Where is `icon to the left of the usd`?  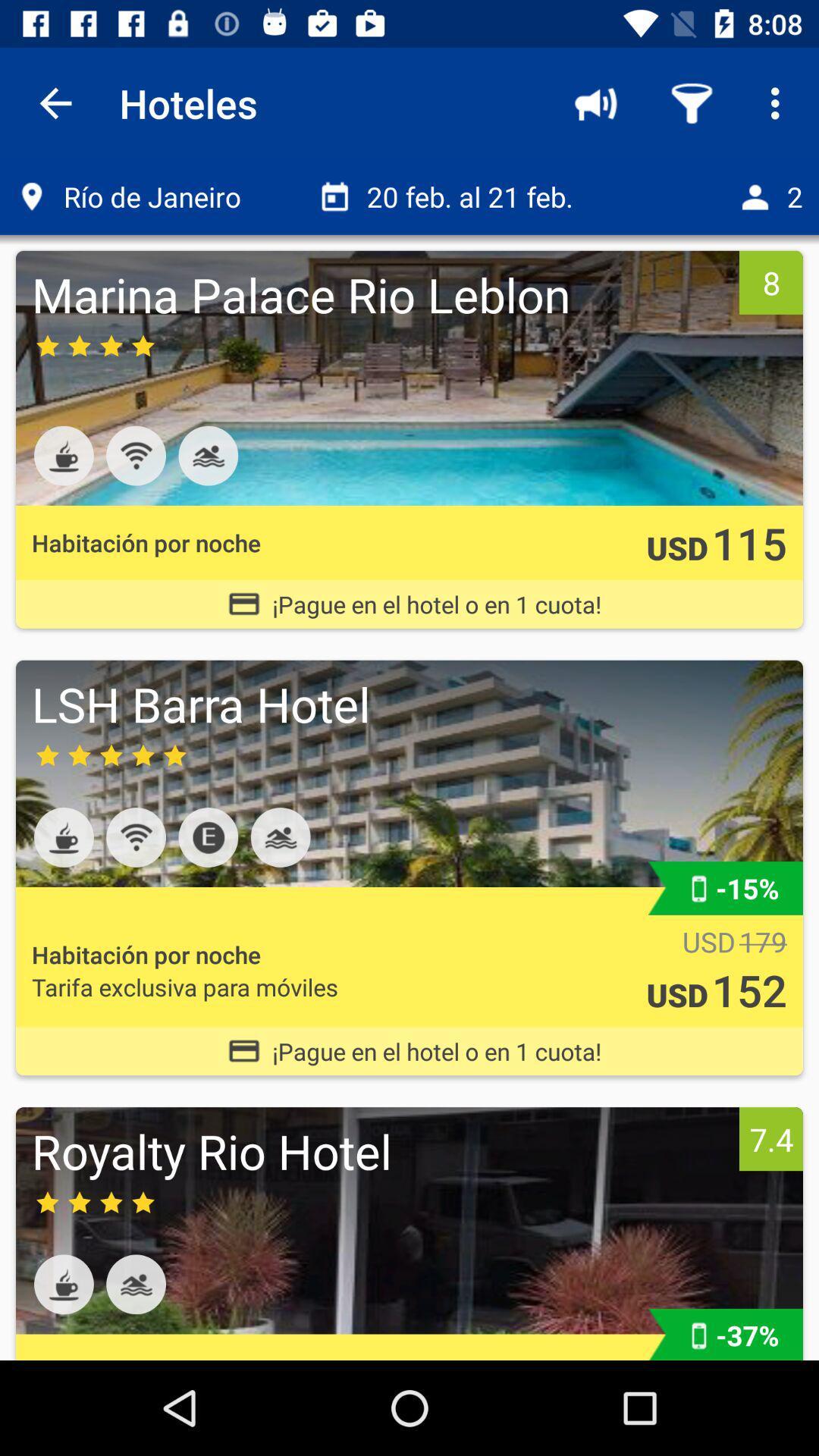
icon to the left of the usd is located at coordinates (184, 987).